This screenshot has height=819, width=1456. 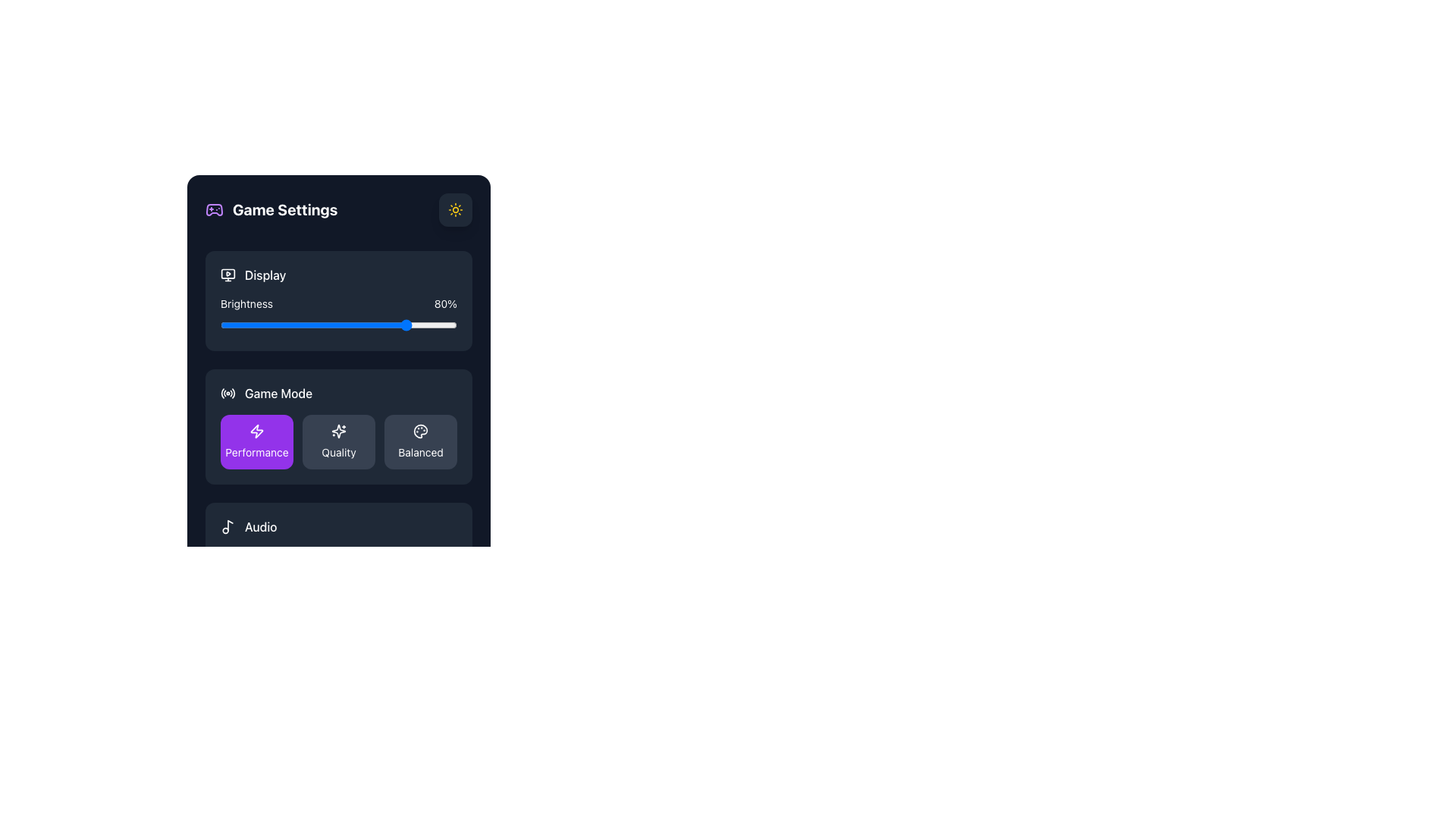 What do you see at coordinates (454, 210) in the screenshot?
I see `the button` at bounding box center [454, 210].